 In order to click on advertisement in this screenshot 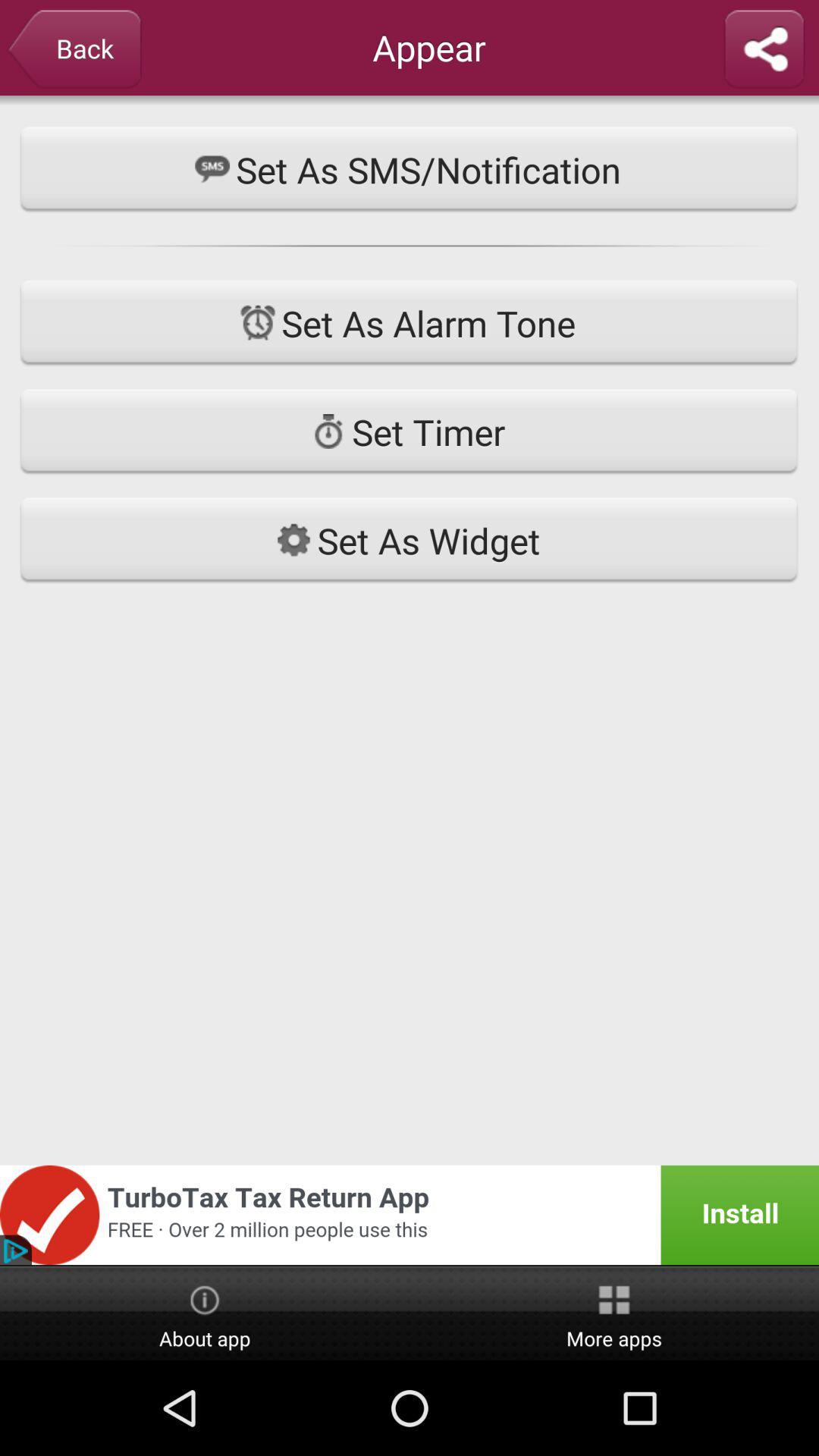, I will do `click(409, 1215)`.